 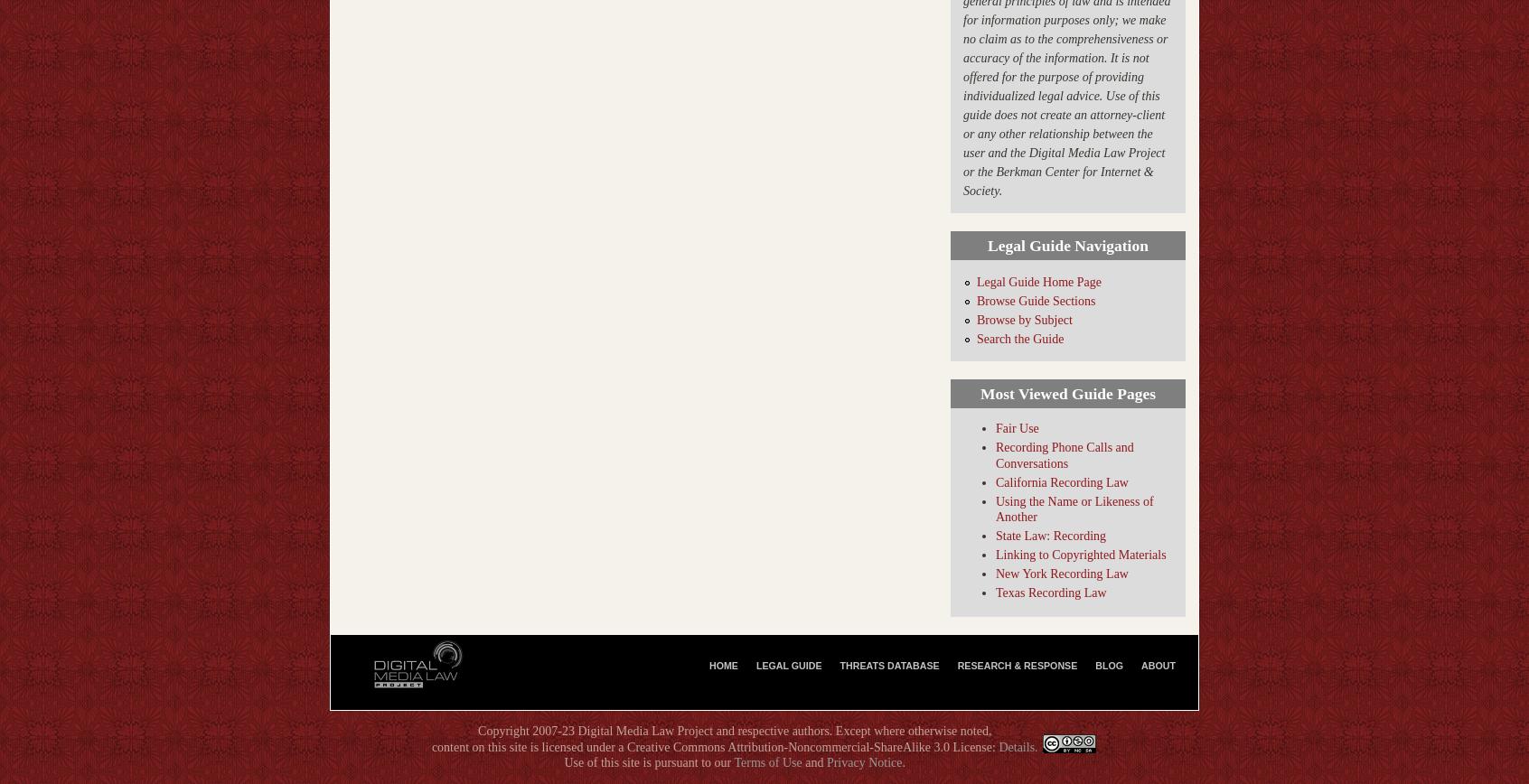 I want to click on 'Browse Guide Sections', so click(x=1035, y=300).